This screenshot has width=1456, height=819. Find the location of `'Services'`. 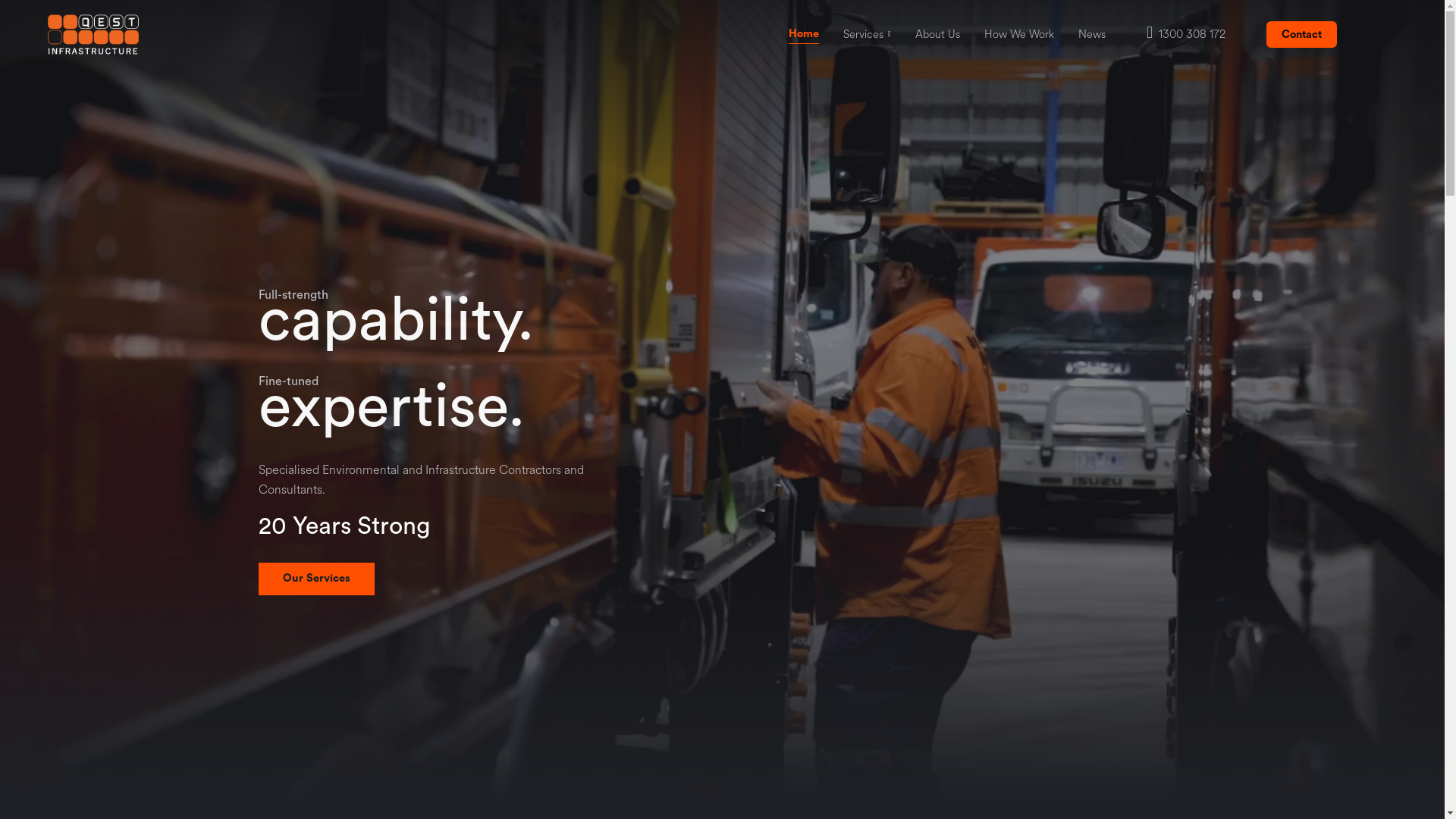

'Services' is located at coordinates (863, 34).